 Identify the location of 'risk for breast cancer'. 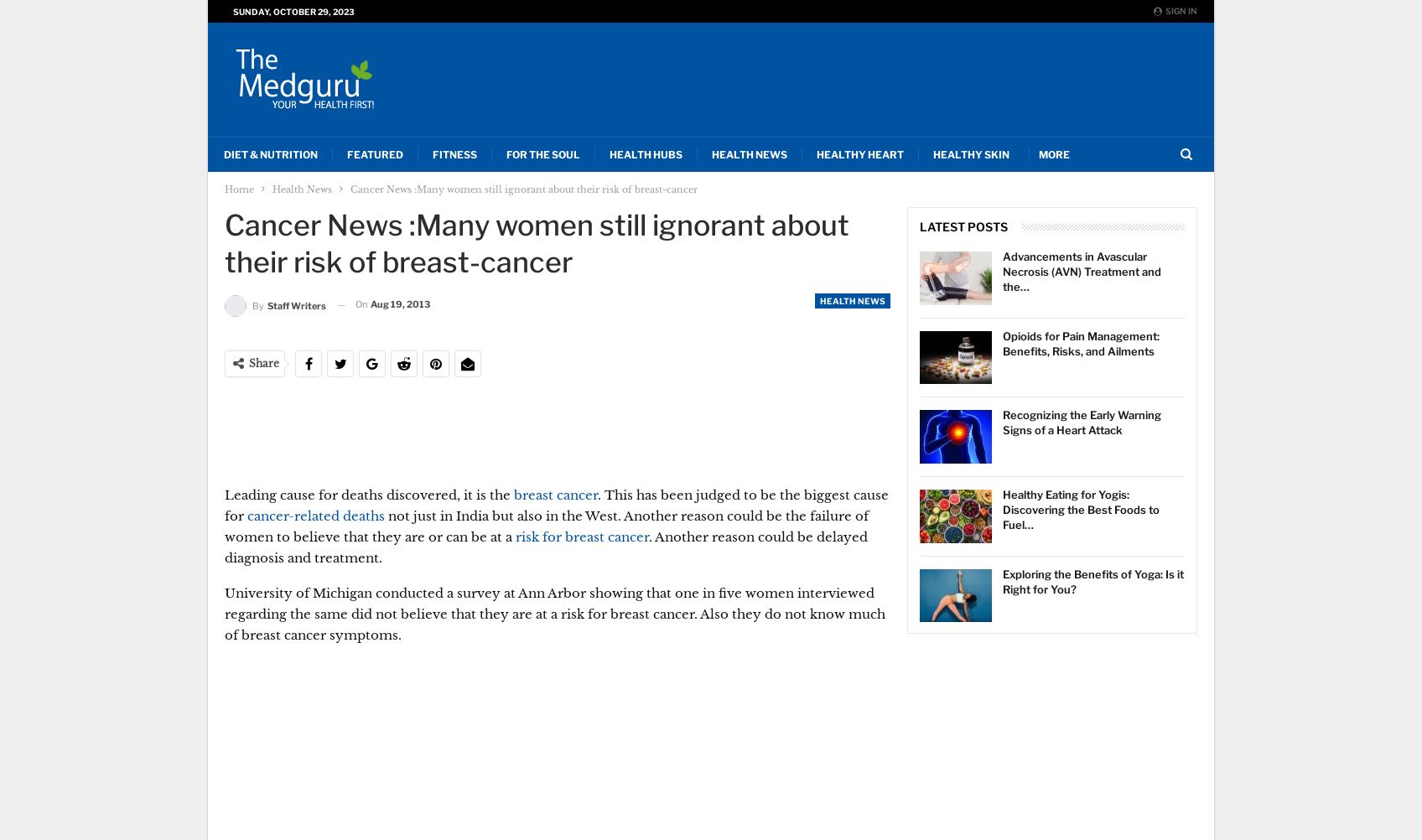
(515, 536).